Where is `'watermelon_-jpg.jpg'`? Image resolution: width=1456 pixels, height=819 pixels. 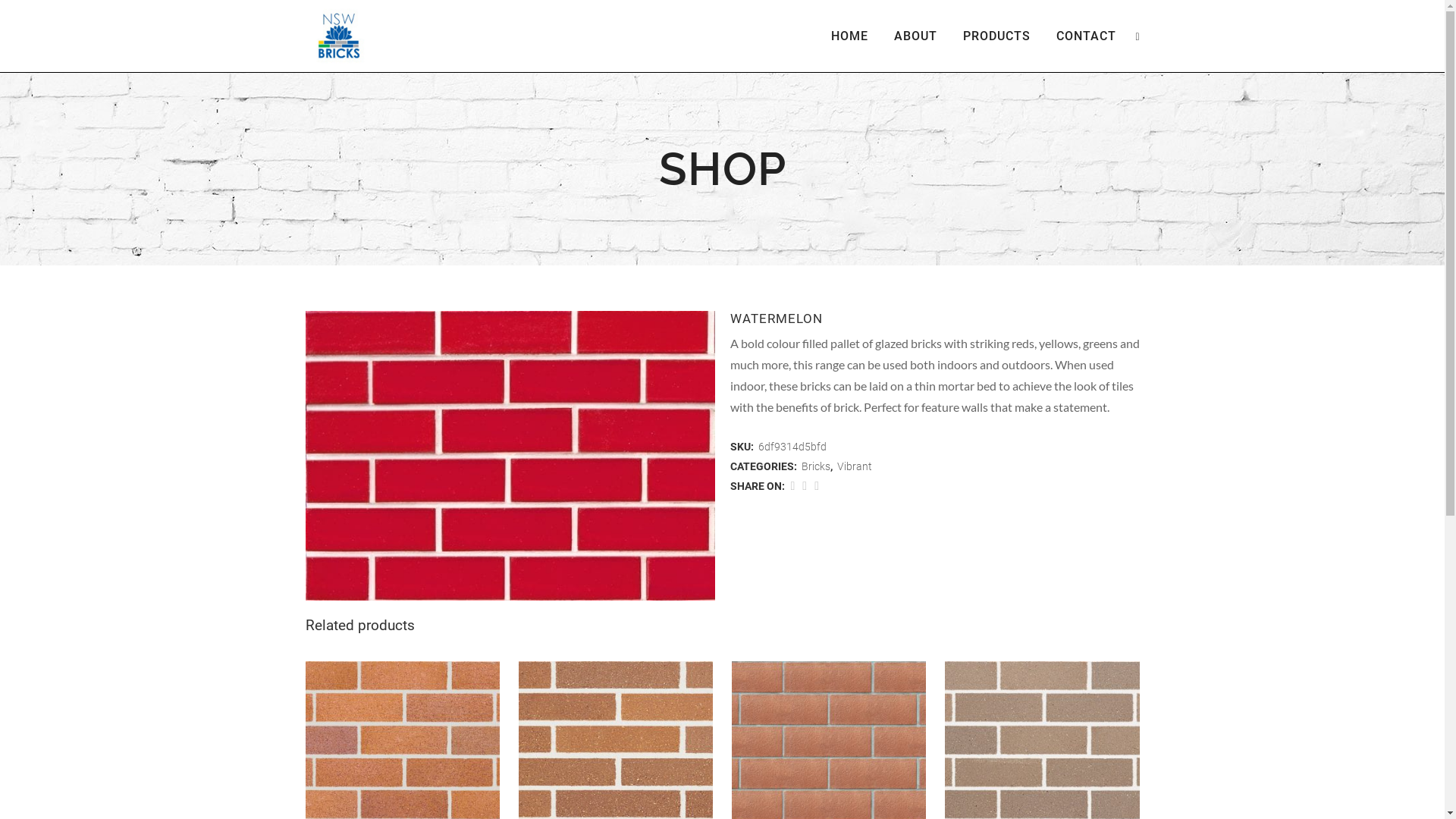
'watermelon_-jpg.jpg' is located at coordinates (510, 455).